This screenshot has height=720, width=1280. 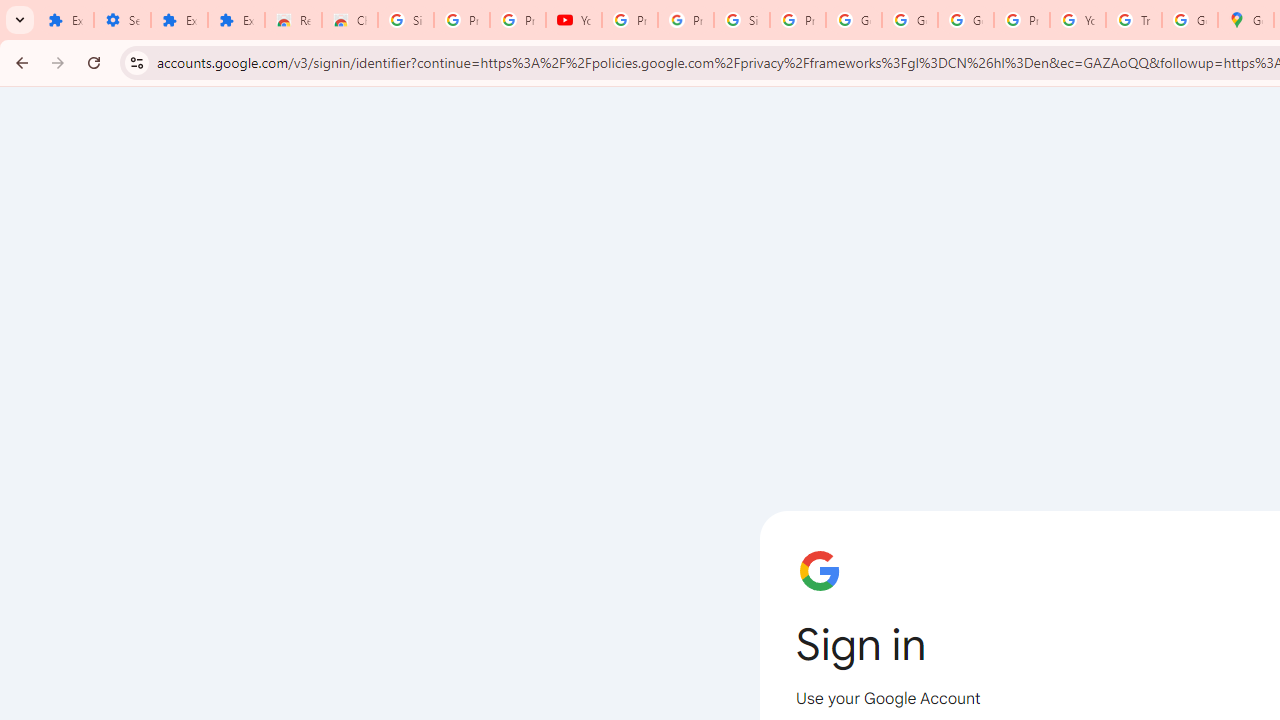 What do you see at coordinates (909, 20) in the screenshot?
I see `'Google Account'` at bounding box center [909, 20].